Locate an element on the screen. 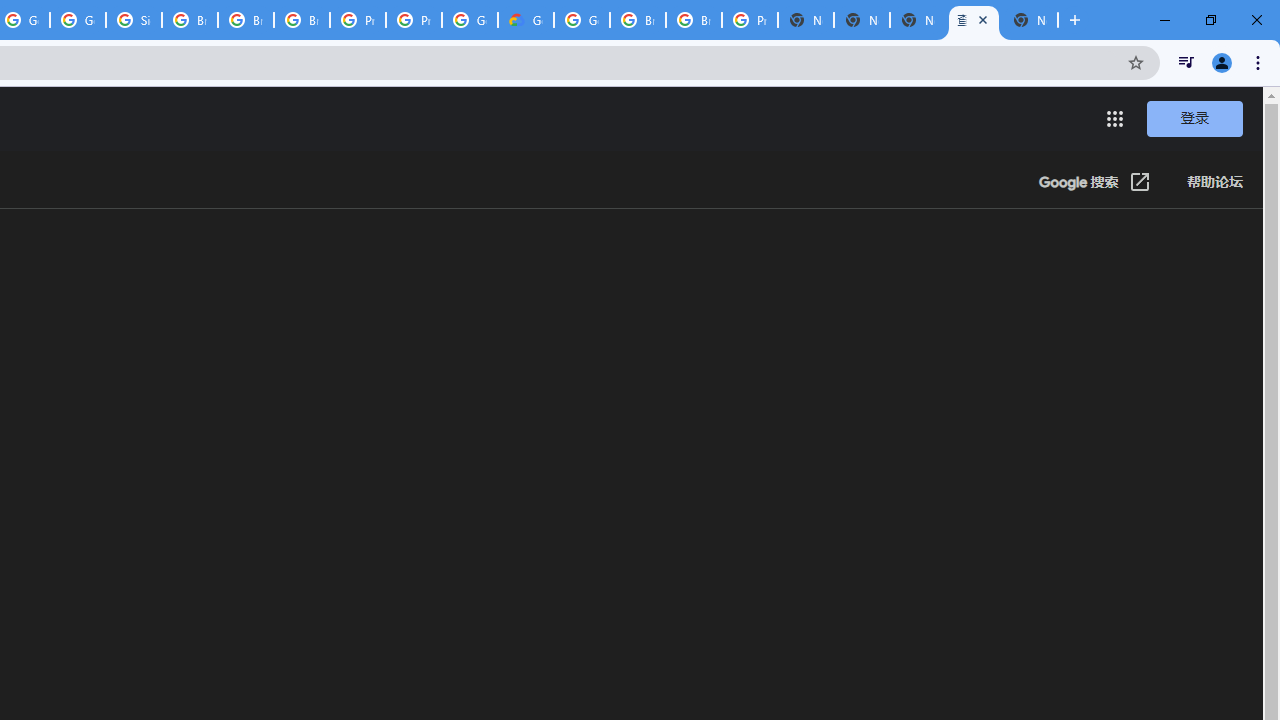 This screenshot has height=720, width=1280. 'Restore' is located at coordinates (1209, 20).